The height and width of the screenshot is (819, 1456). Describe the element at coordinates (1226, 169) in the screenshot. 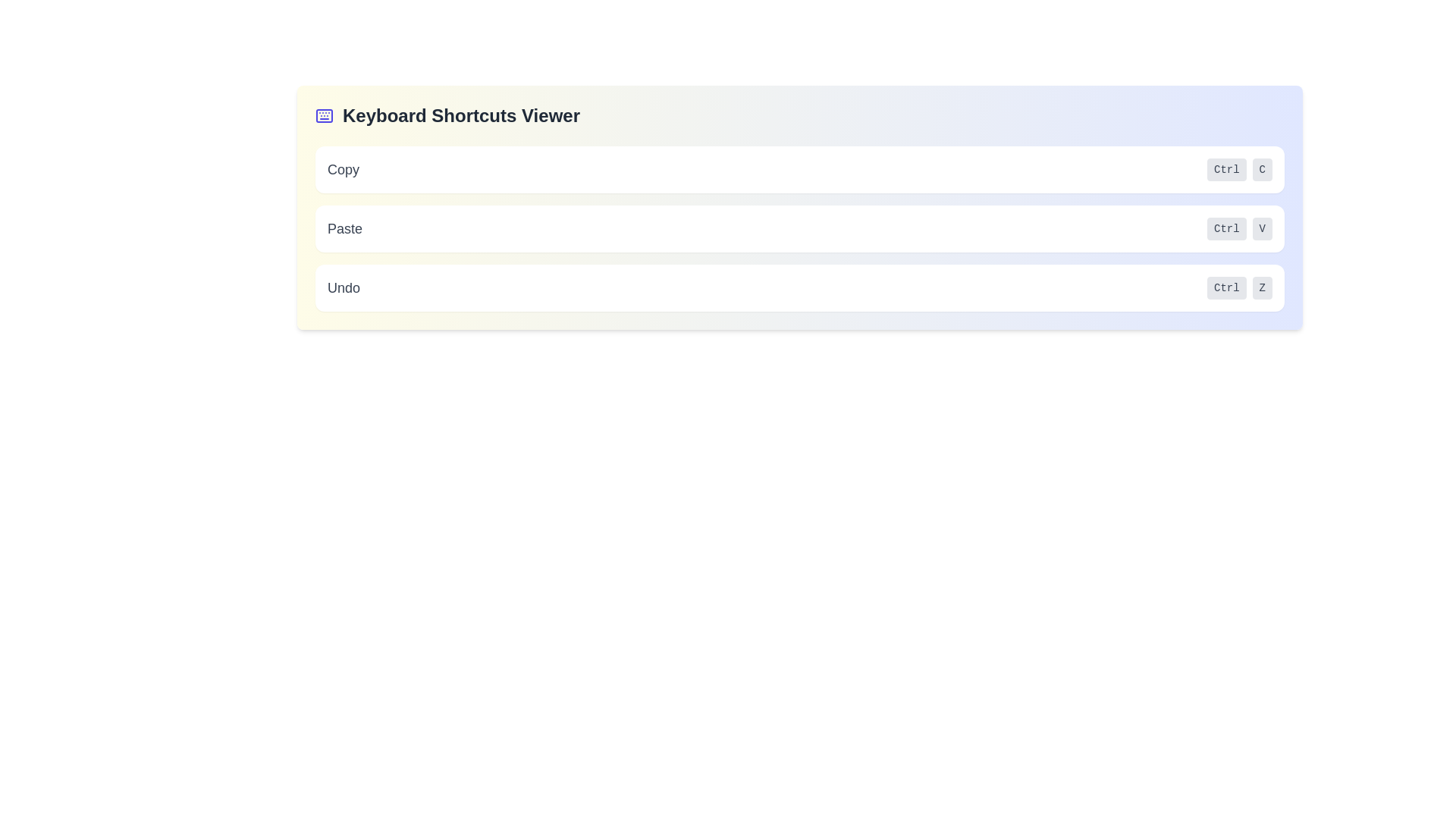

I see `'Ctrl' keyboard shortcut label, which is the first component in the horizontal group of the 'Copy' shortcut row in the 'Keyboard Shortcuts Viewer'` at that location.